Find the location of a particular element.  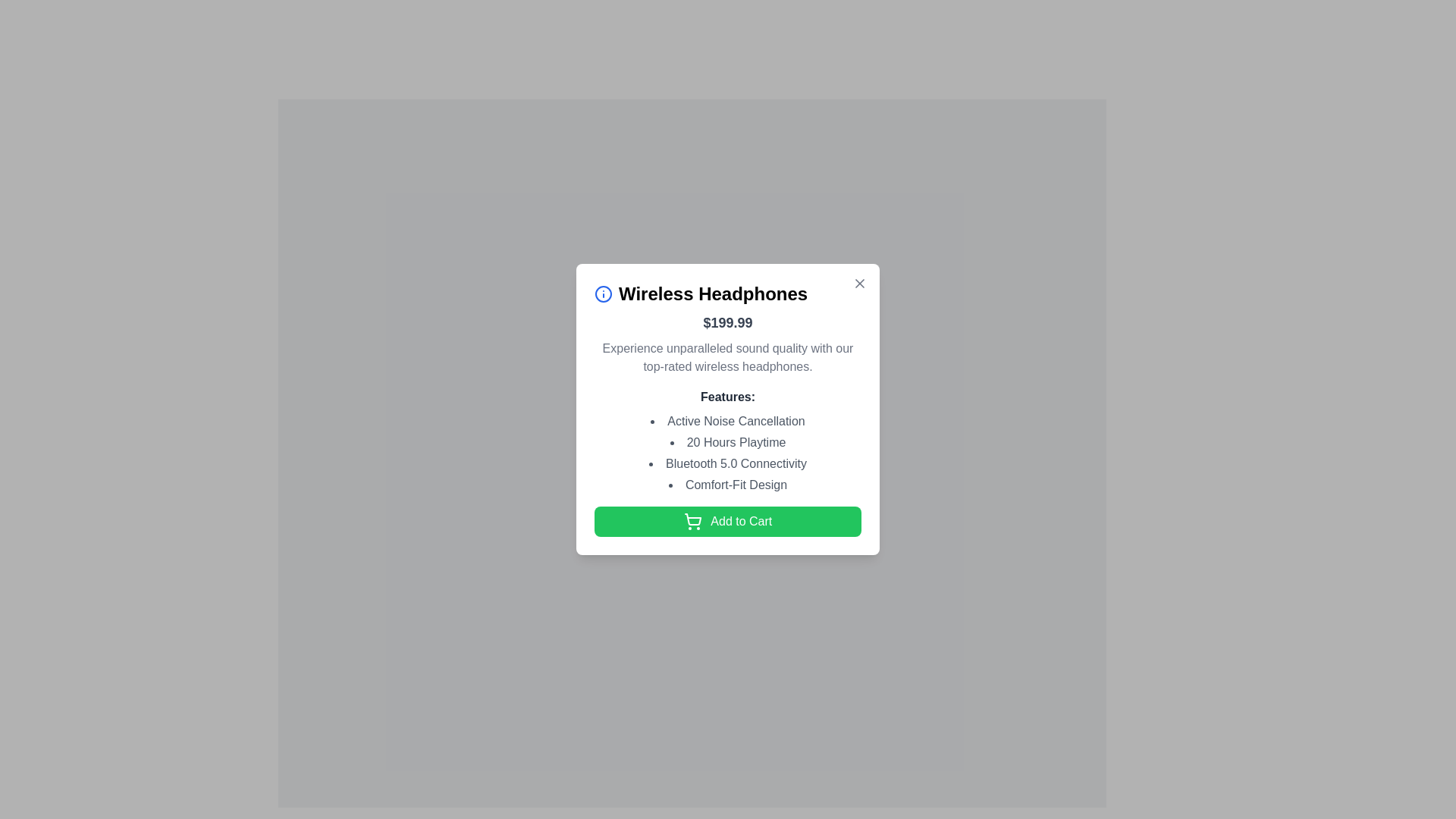

the text element reading 'Bluetooth 5.0 Connectivity', which is the third item in the features list, positioned between '20 Hours Playtime' and 'Comfort-Fit Design' is located at coordinates (728, 462).